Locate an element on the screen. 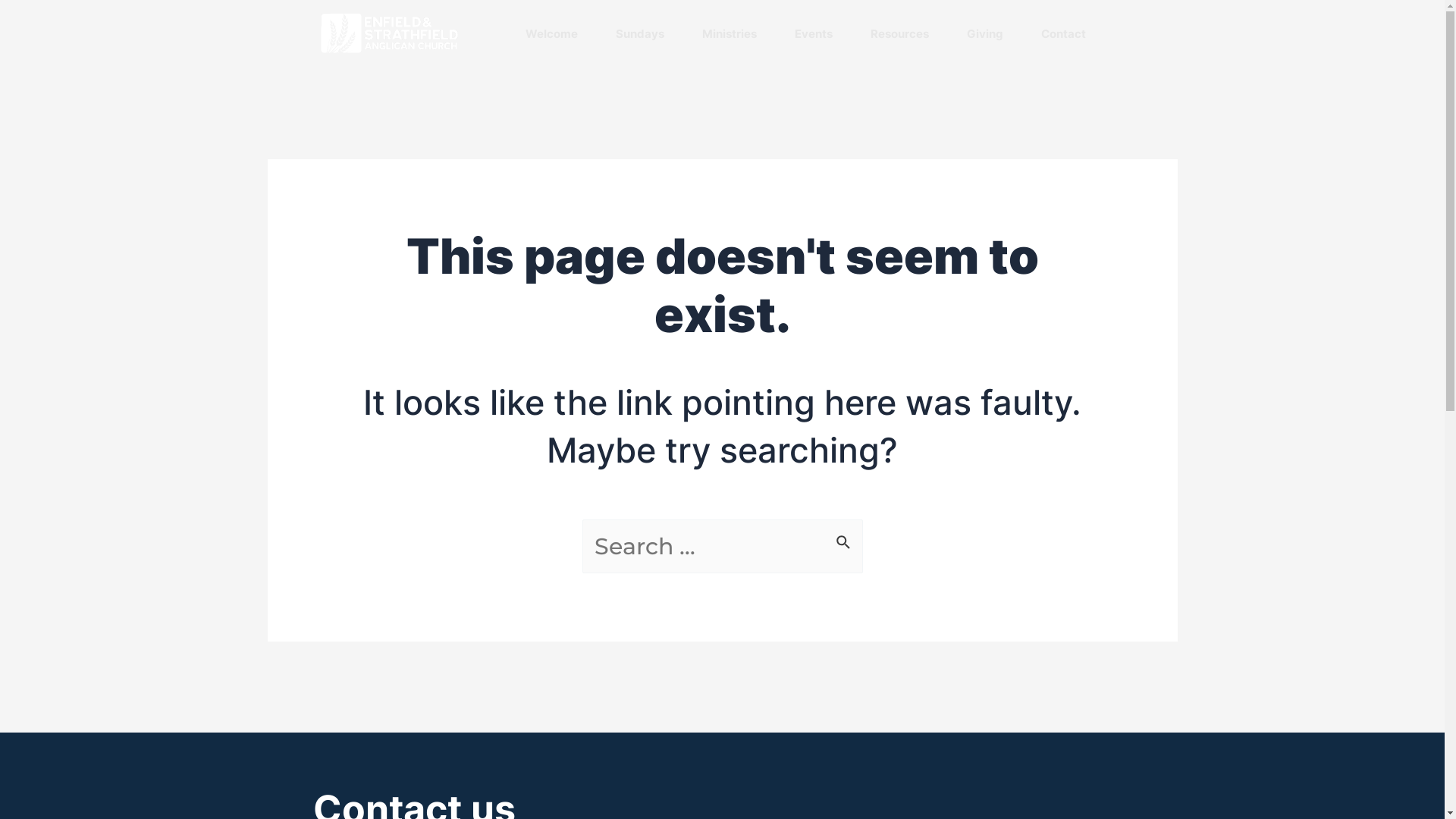  'Sundays' is located at coordinates (640, 33).